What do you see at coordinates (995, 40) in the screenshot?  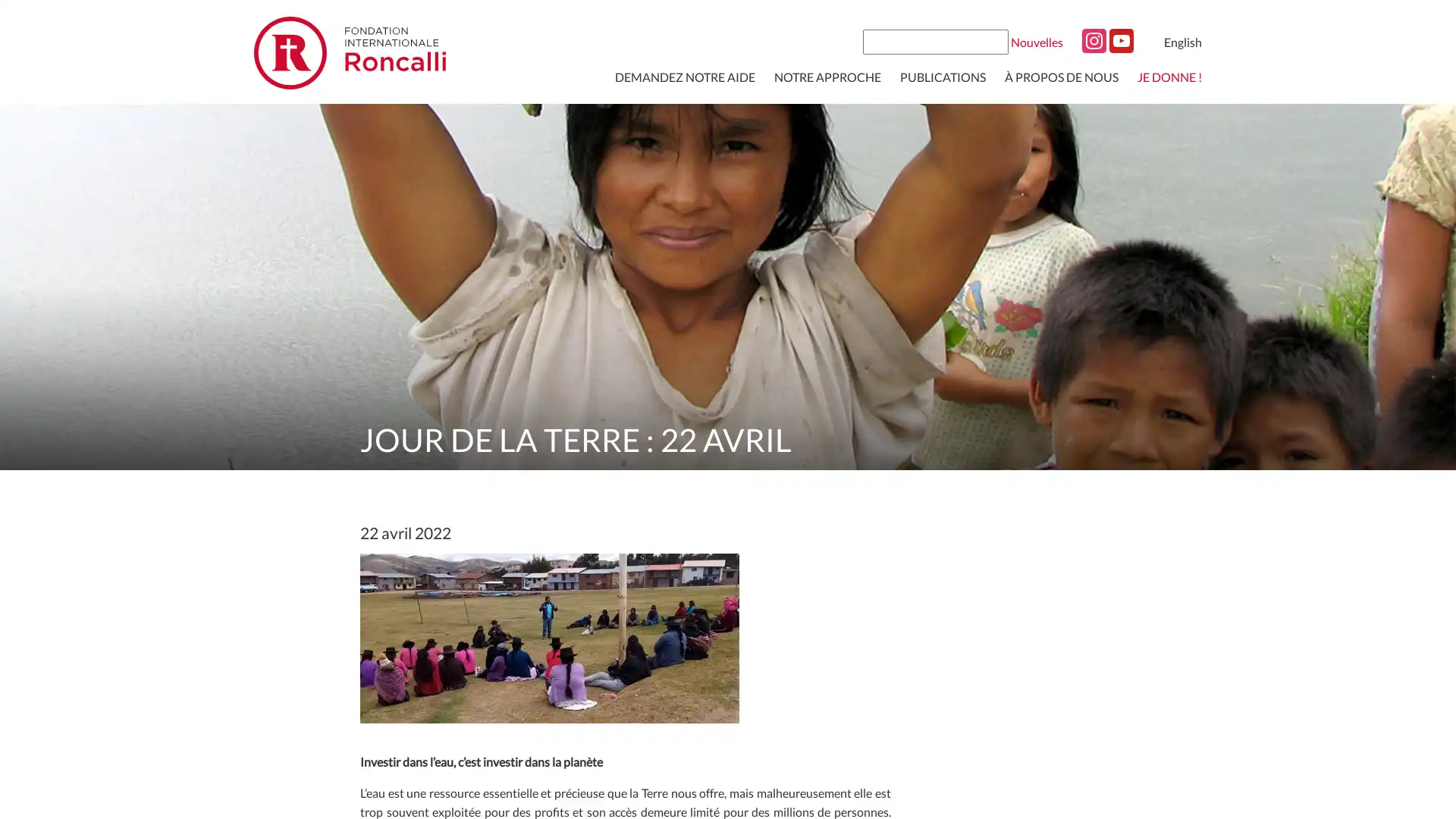 I see `Chercher` at bounding box center [995, 40].